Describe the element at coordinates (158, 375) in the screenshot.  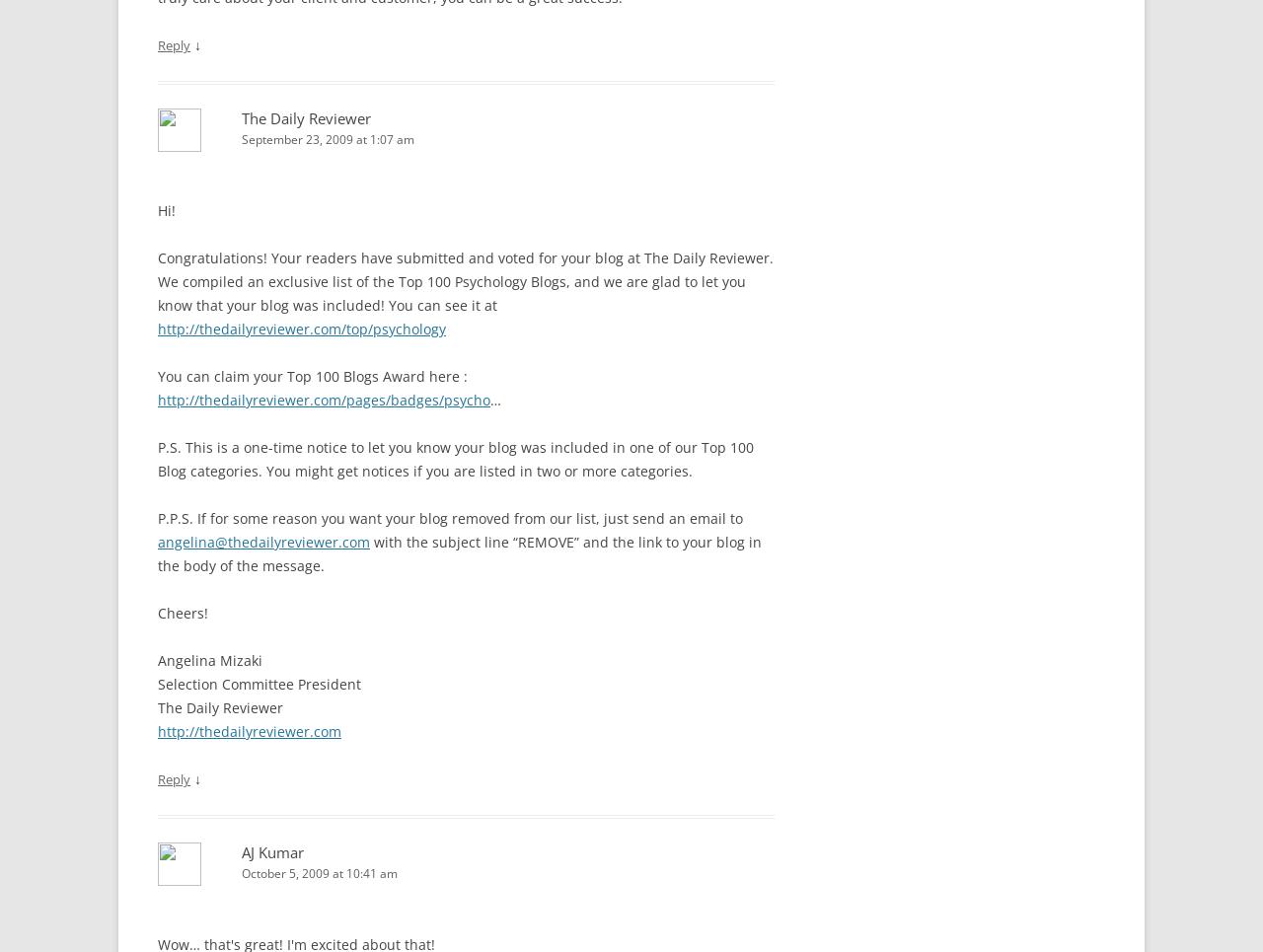
I see `'You can claim your Top 100 Blogs Award here :'` at that location.